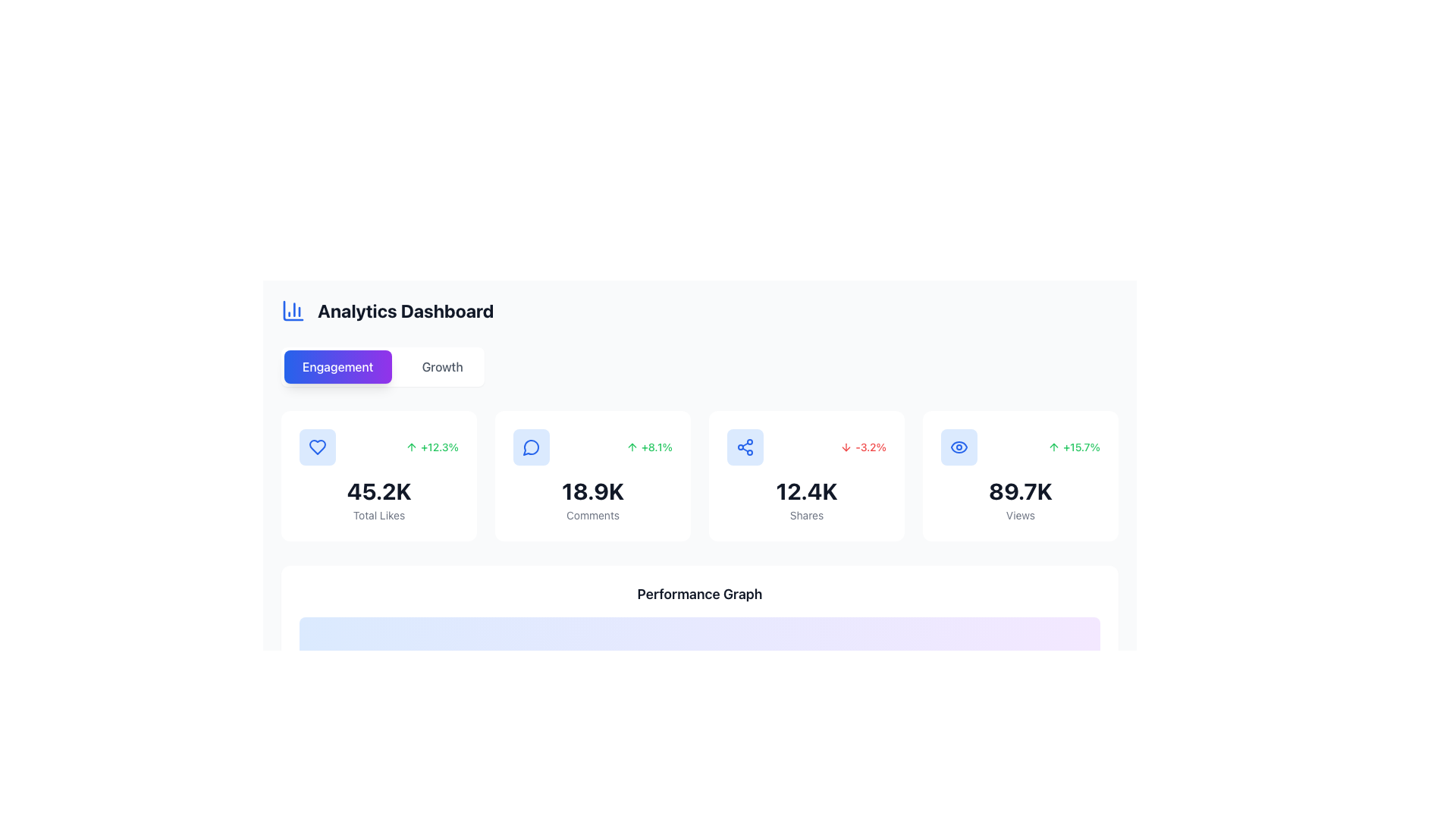 This screenshot has height=819, width=1456. I want to click on the upward-pointing arrow icon with a green stroke, located to the left of the '+15.7%' percentage text in the 'Views' statistics card at the bottom-right corner of the dashboard, so click(1053, 447).